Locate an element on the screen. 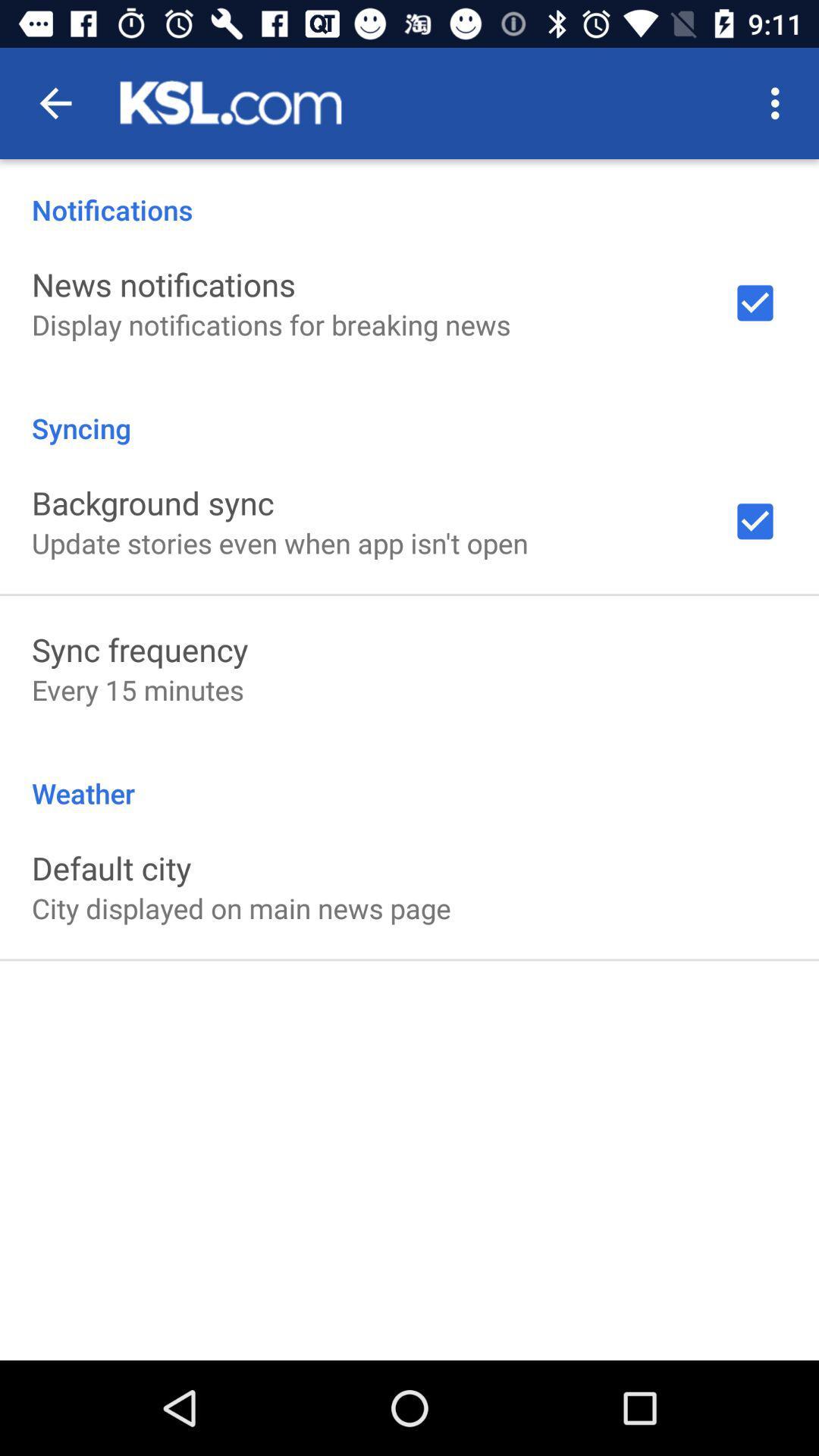 The width and height of the screenshot is (819, 1456). icon above the update stories even is located at coordinates (152, 502).